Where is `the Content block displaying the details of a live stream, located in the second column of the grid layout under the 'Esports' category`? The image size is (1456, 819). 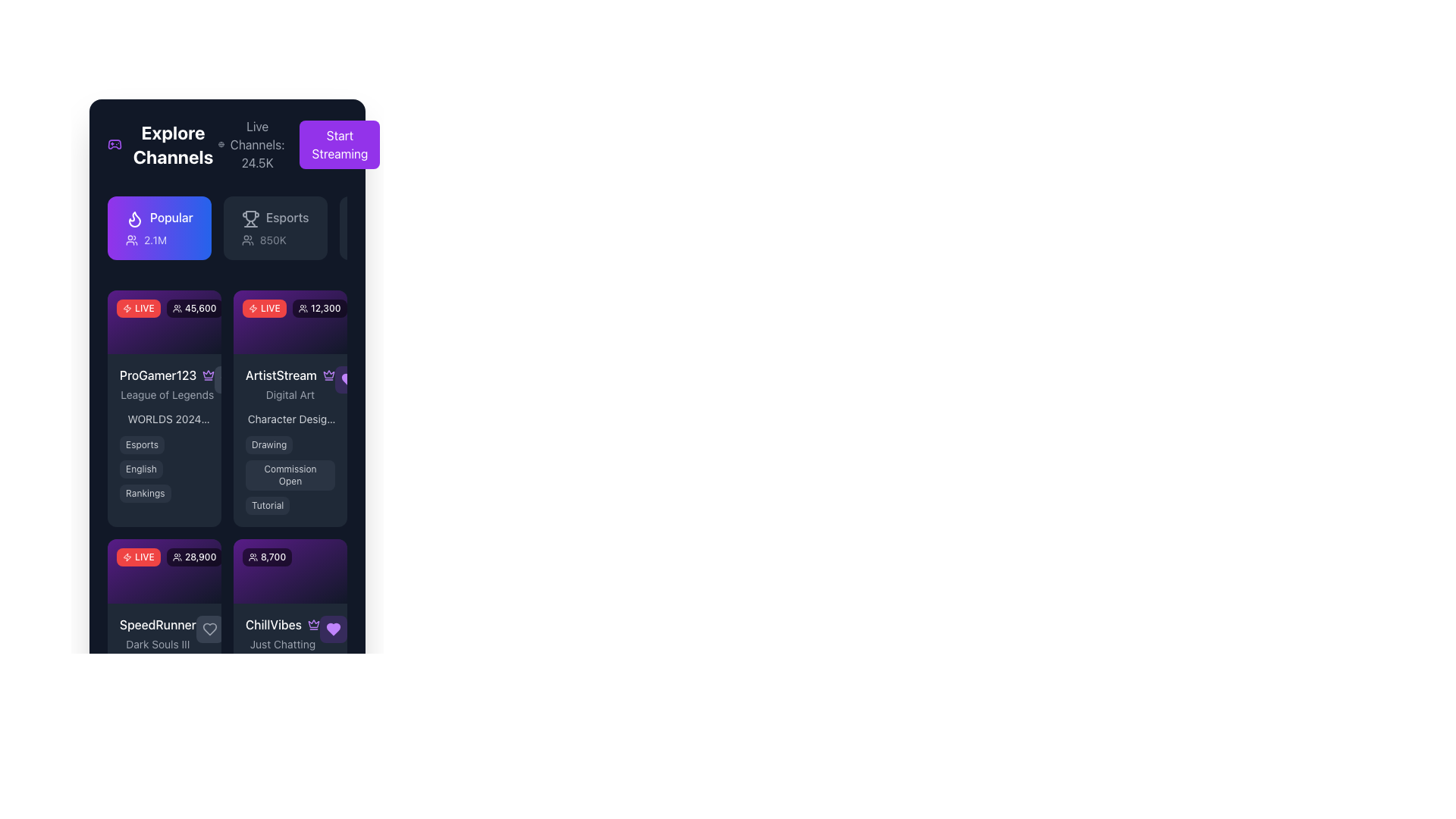 the Content block displaying the details of a live stream, located in the second column of the grid layout under the 'Esports' category is located at coordinates (164, 435).